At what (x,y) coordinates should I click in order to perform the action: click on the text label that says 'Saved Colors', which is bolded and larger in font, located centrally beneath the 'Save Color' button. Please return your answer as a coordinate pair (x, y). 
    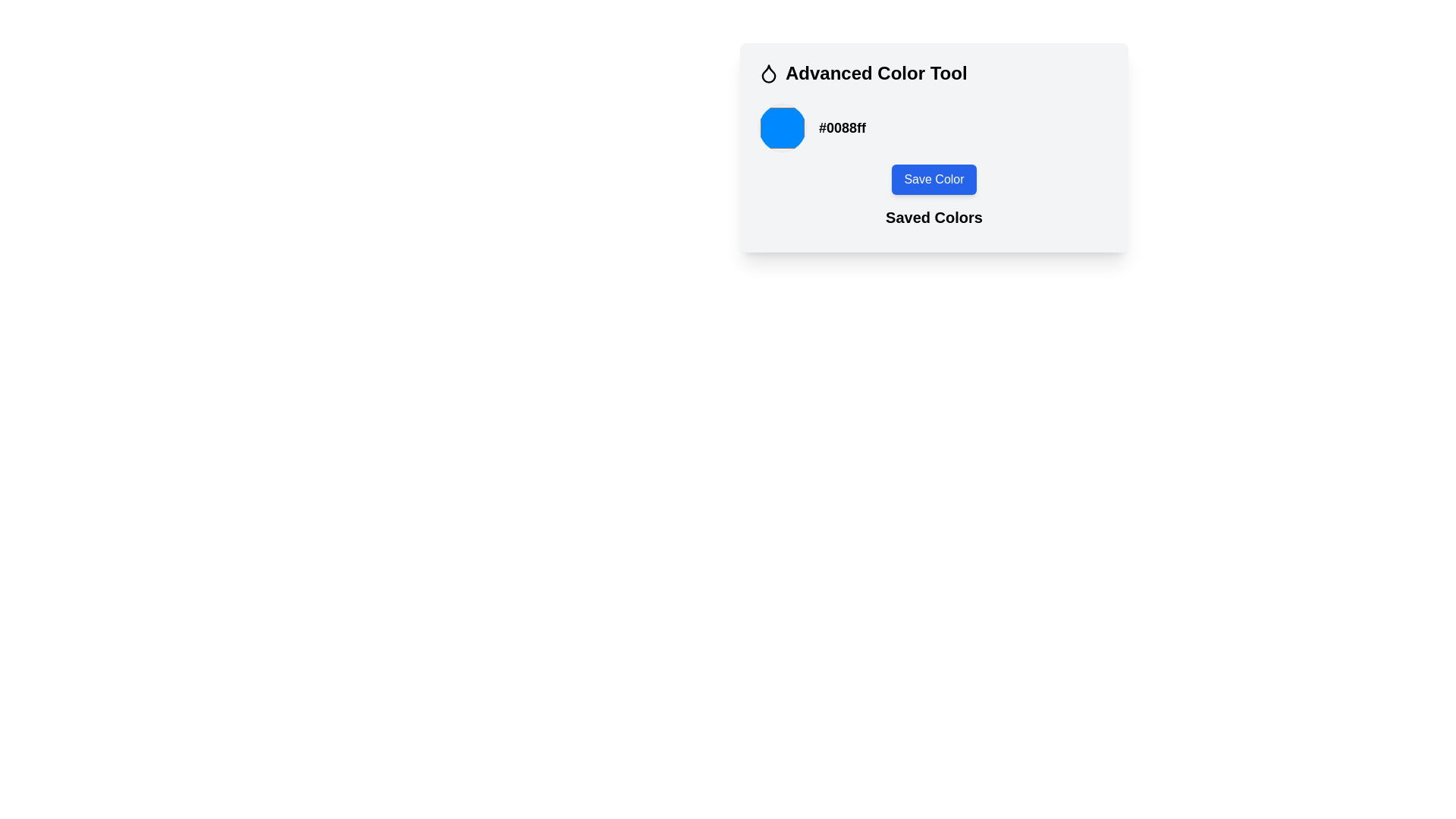
    Looking at the image, I should click on (934, 217).